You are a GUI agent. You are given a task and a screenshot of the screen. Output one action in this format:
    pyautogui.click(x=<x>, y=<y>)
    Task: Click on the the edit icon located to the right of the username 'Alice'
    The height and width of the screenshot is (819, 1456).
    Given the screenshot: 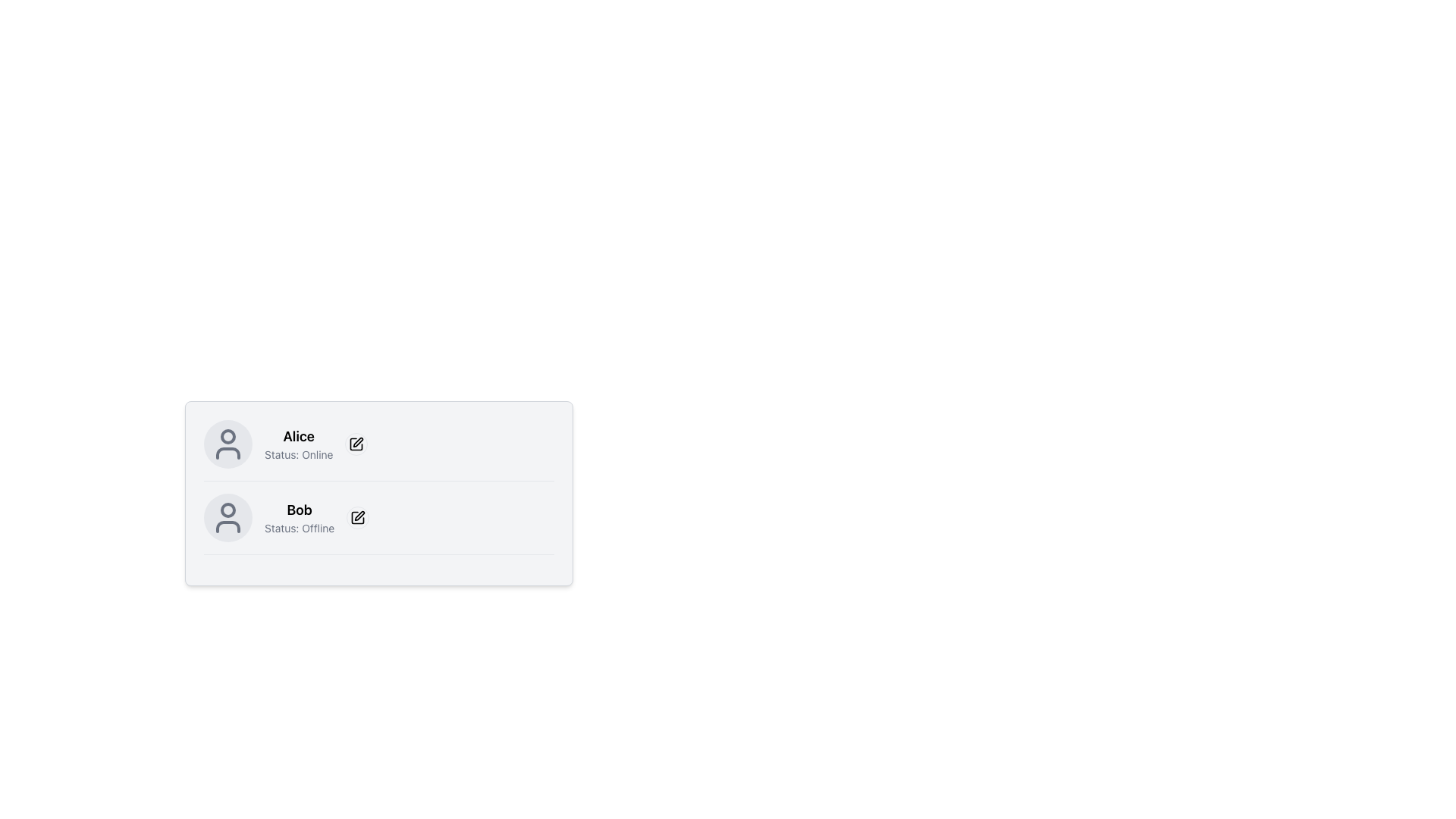 What is the action you would take?
    pyautogui.click(x=359, y=515)
    